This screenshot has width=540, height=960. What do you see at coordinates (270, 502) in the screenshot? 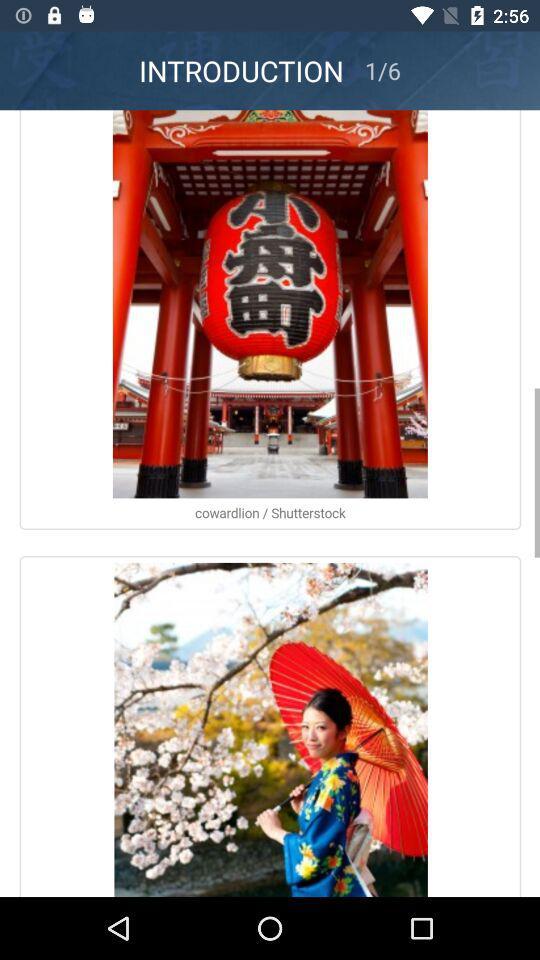
I see `open pictures` at bounding box center [270, 502].